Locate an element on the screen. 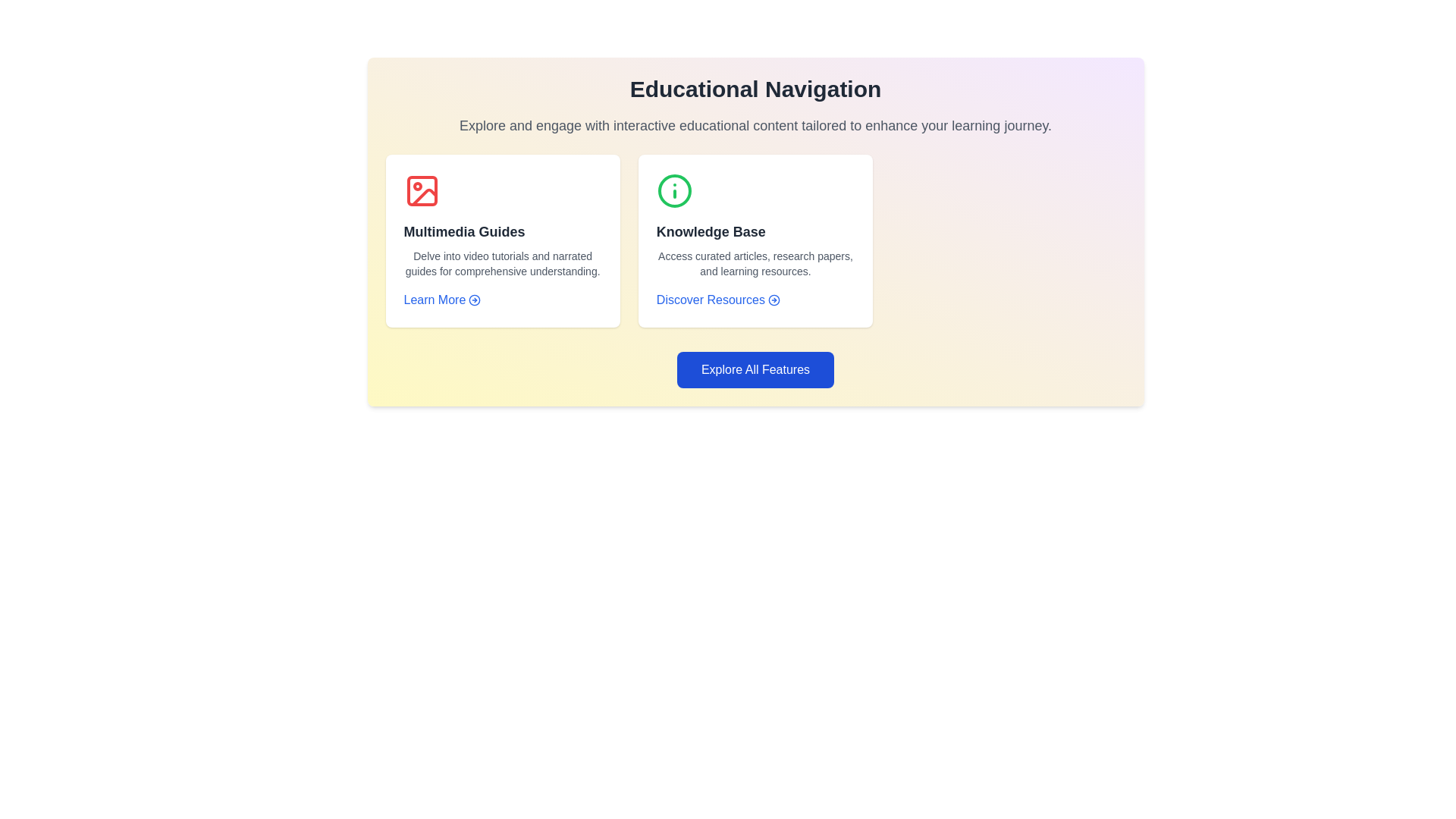 Image resolution: width=1456 pixels, height=819 pixels. text content of the single line text label styled in medium gray located directly beneath the 'Educational Navigation' title, which serves as an introductory paragraph is located at coordinates (755, 124).